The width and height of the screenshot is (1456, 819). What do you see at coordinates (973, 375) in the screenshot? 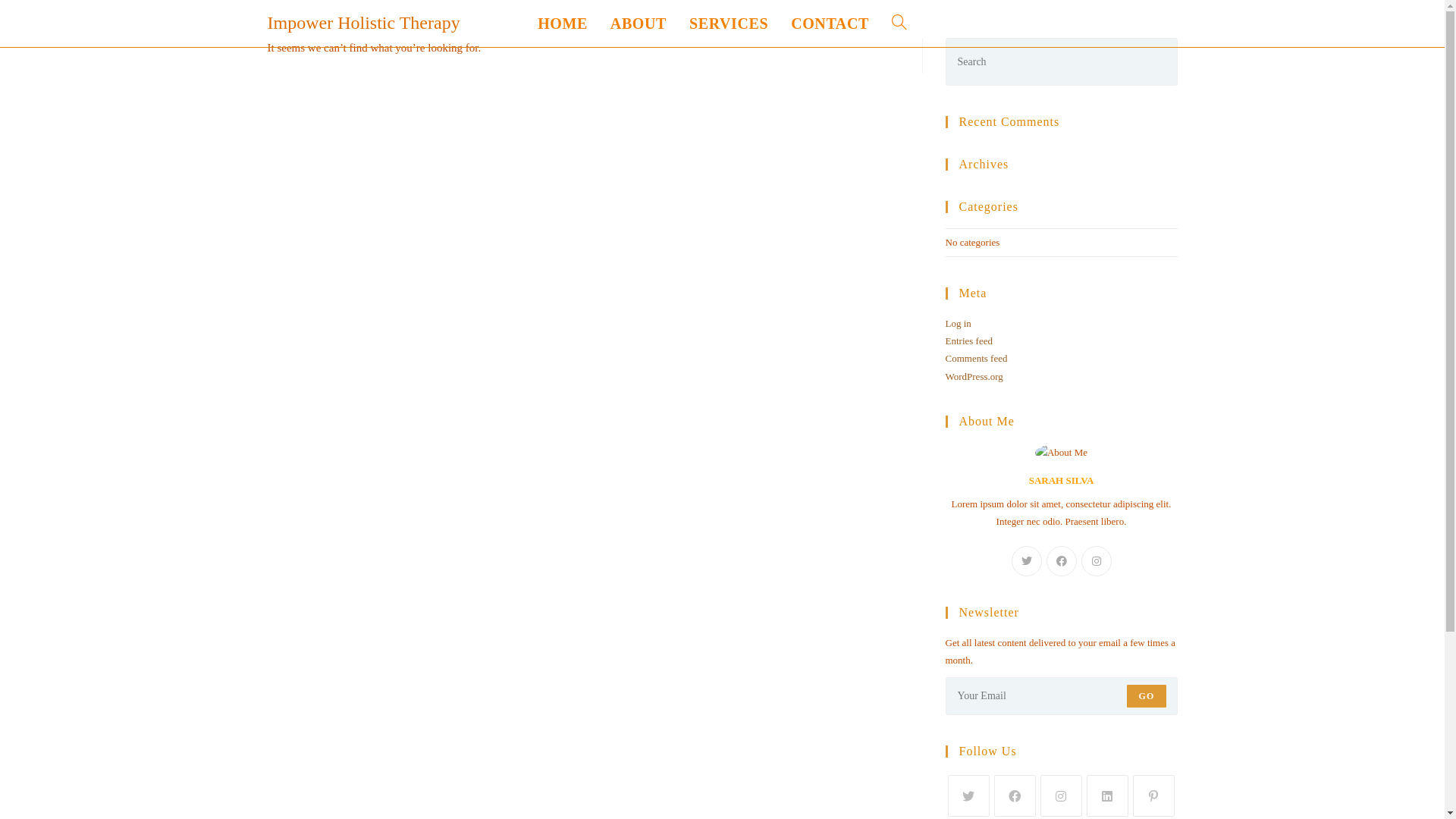
I see `'WordPress.org'` at bounding box center [973, 375].